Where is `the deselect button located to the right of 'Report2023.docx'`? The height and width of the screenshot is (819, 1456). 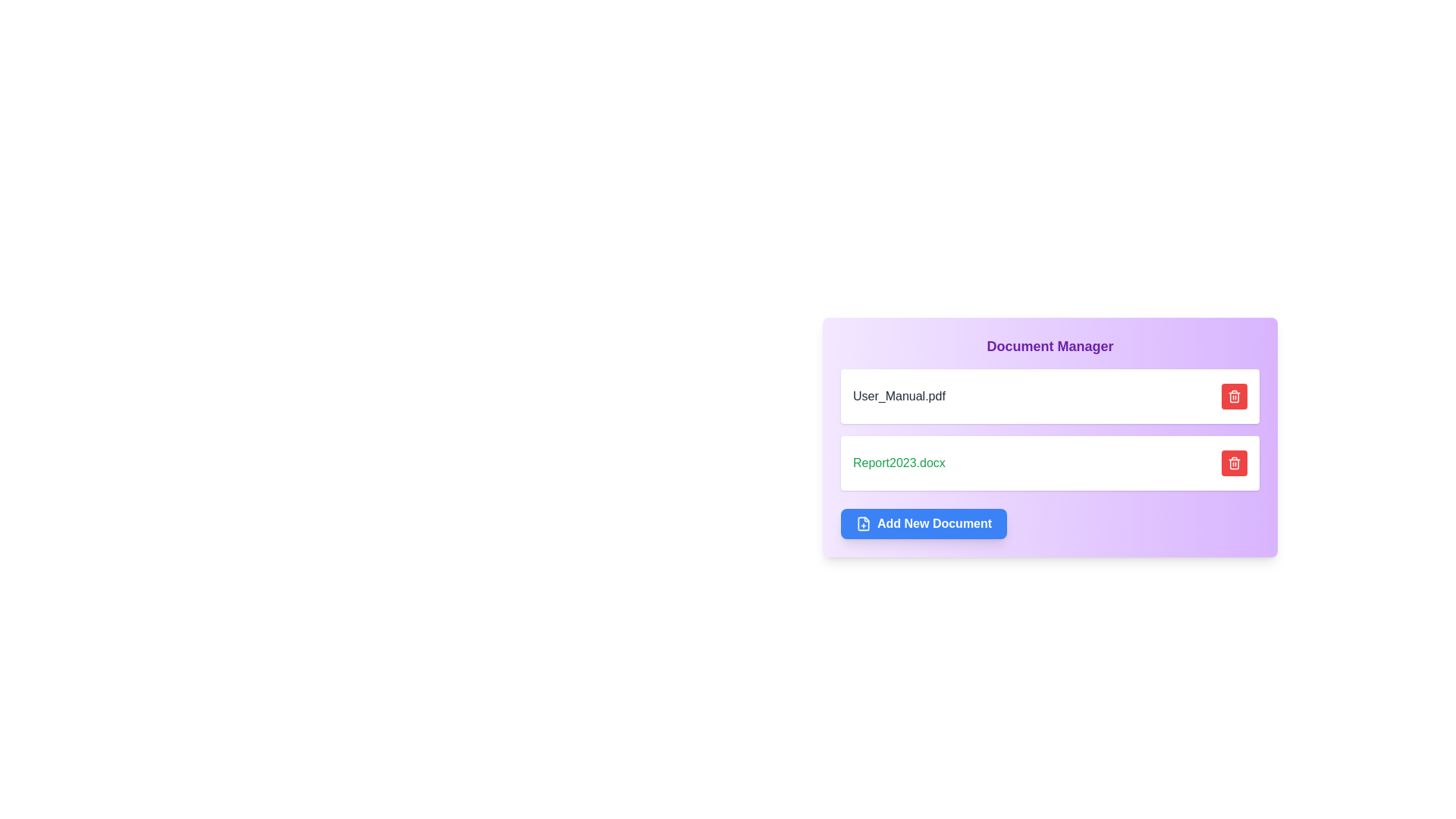
the deselect button located to the right of 'Report2023.docx' is located at coordinates (1197, 462).